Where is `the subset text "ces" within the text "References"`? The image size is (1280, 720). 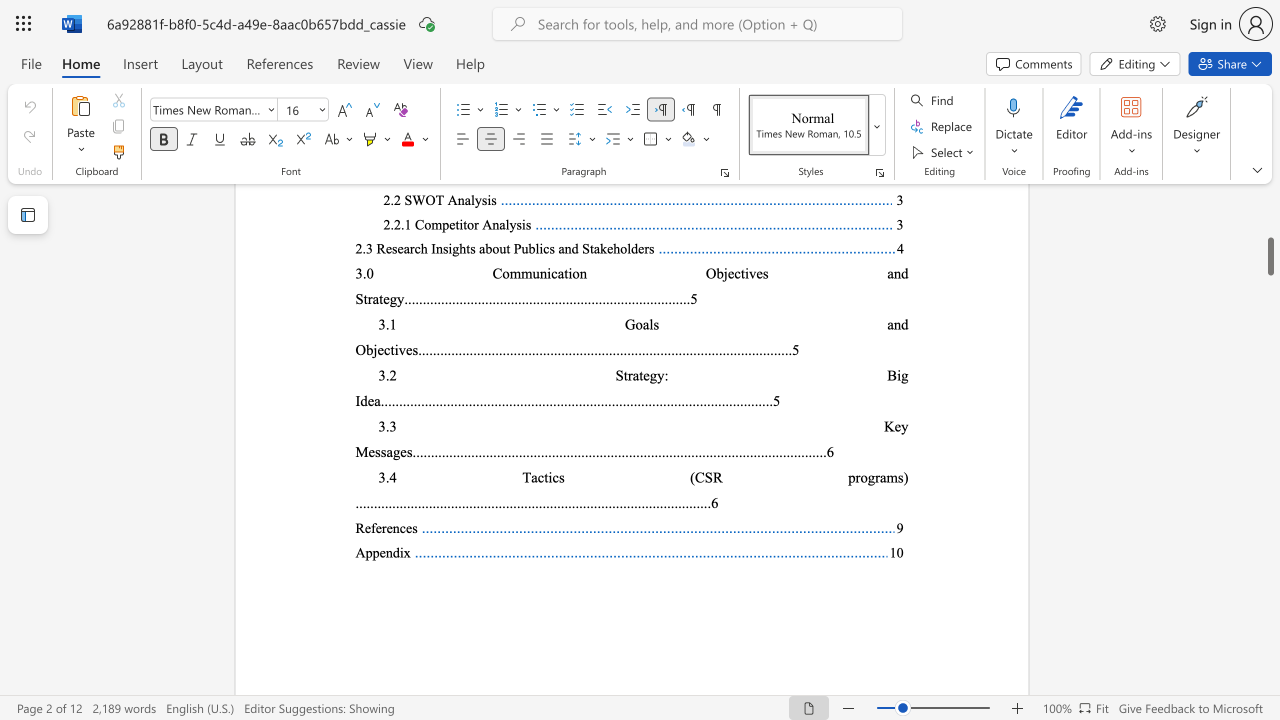
the subset text "ces" within the text "References" is located at coordinates (399, 527).